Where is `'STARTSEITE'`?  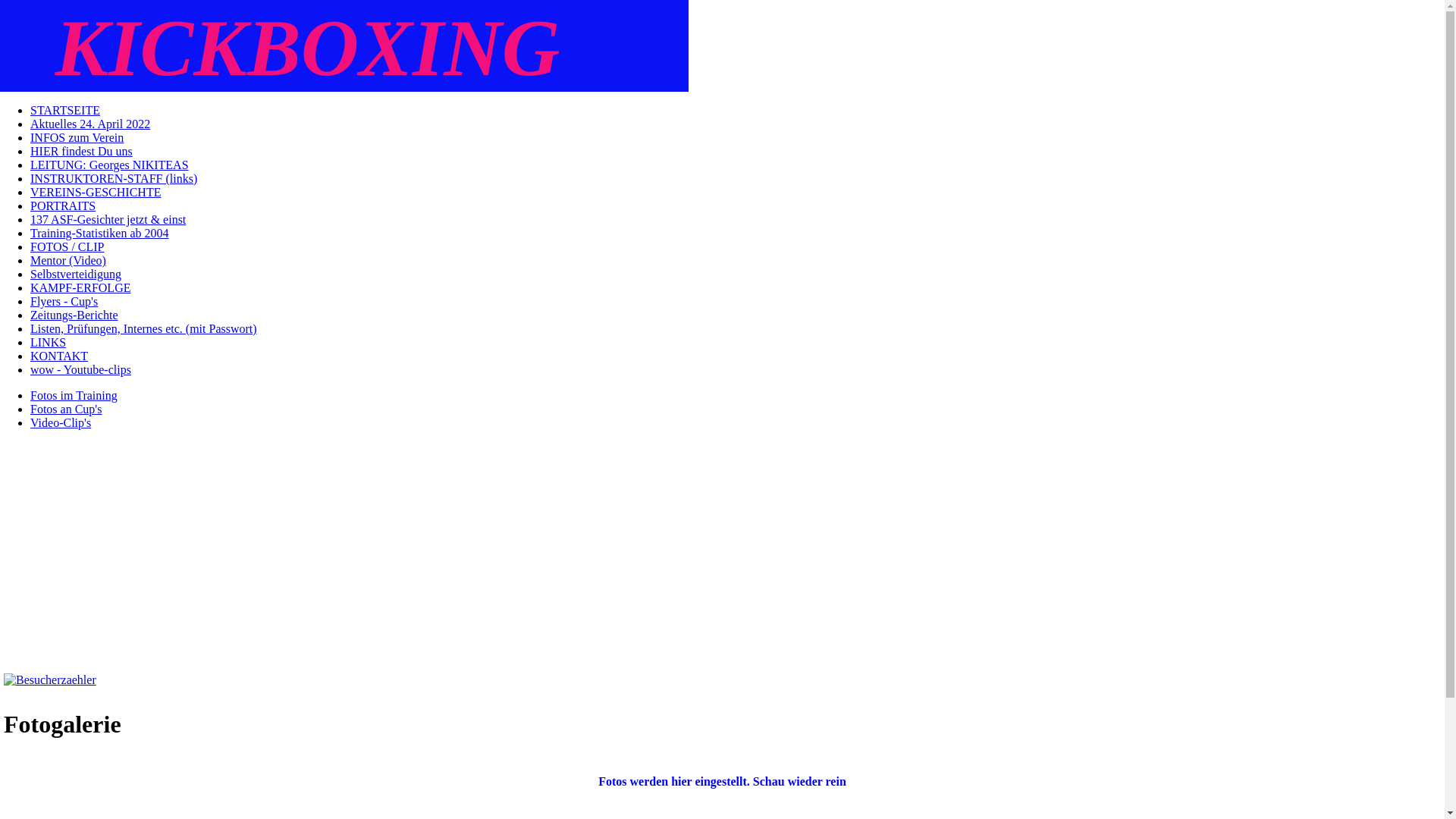
'STARTSEITE' is located at coordinates (64, 109).